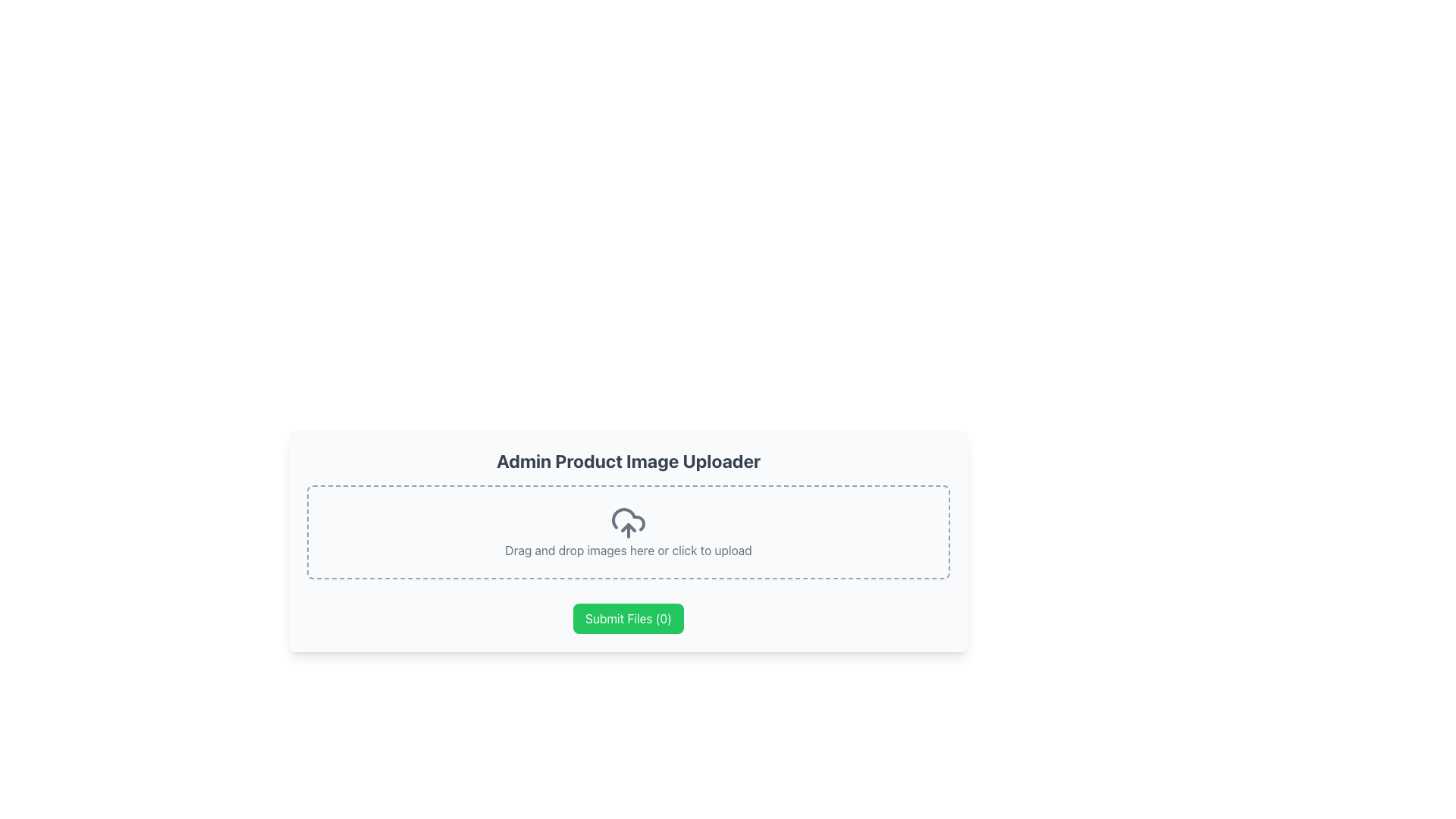 The image size is (1456, 819). Describe the element at coordinates (629, 532) in the screenshot. I see `and drop files into the Drag-and-Drop Area, which features a dashed border, rounded corners, a cloud upload icon, and text stating 'Drag and drop images here or click` at that location.